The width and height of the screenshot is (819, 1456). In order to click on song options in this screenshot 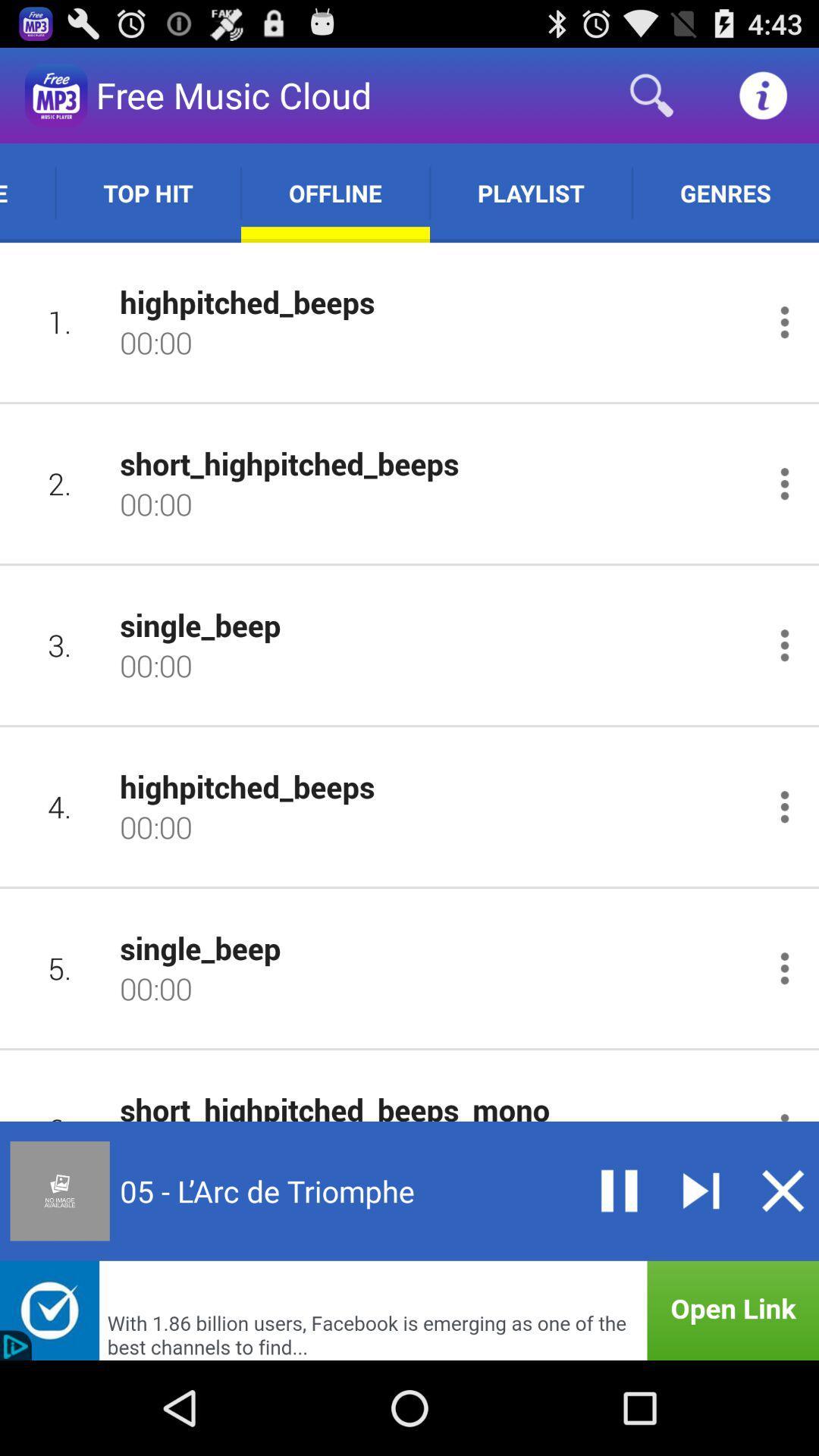, I will do `click(784, 968)`.